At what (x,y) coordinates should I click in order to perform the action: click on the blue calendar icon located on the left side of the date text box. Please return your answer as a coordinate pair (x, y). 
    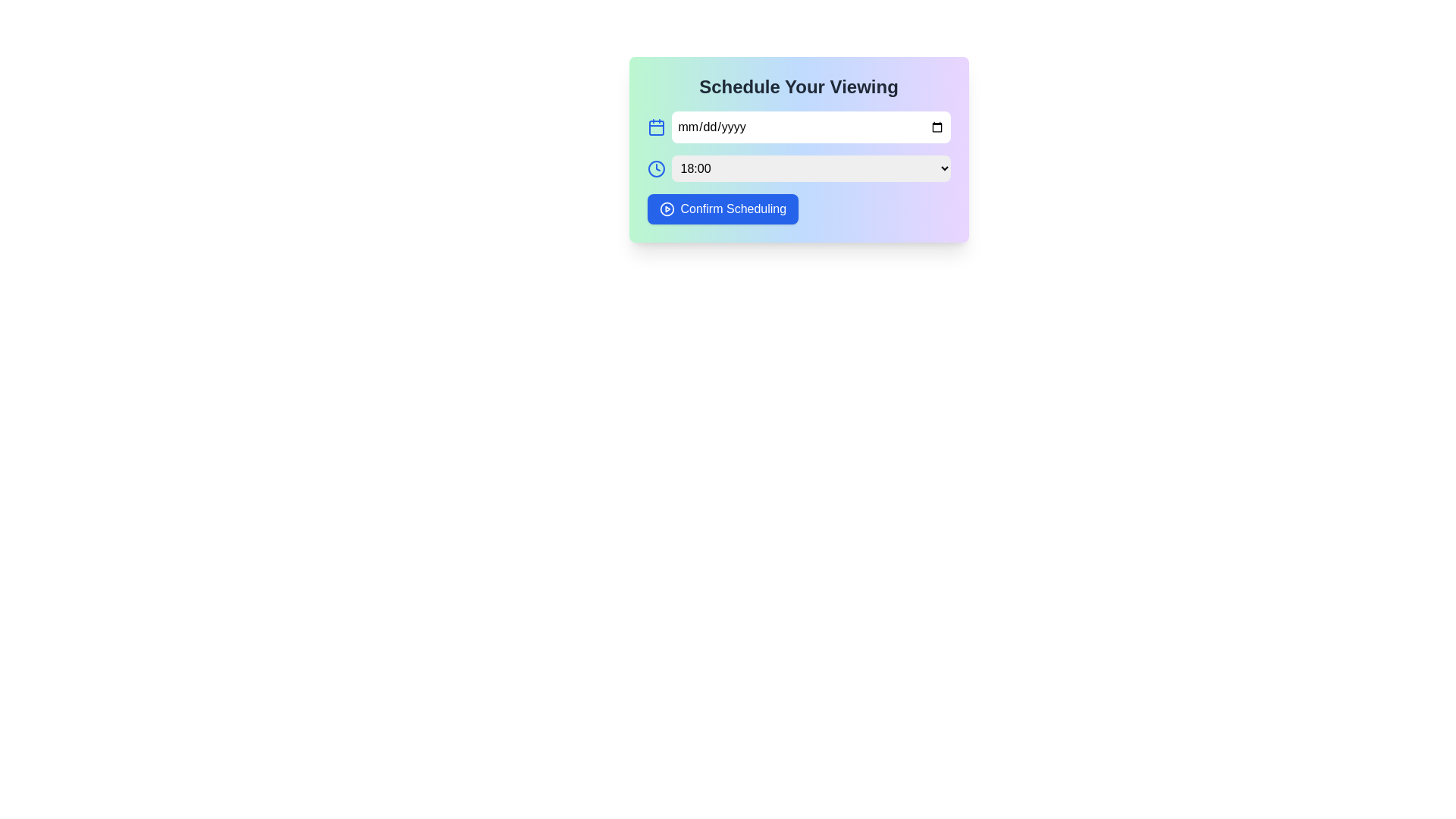
    Looking at the image, I should click on (656, 127).